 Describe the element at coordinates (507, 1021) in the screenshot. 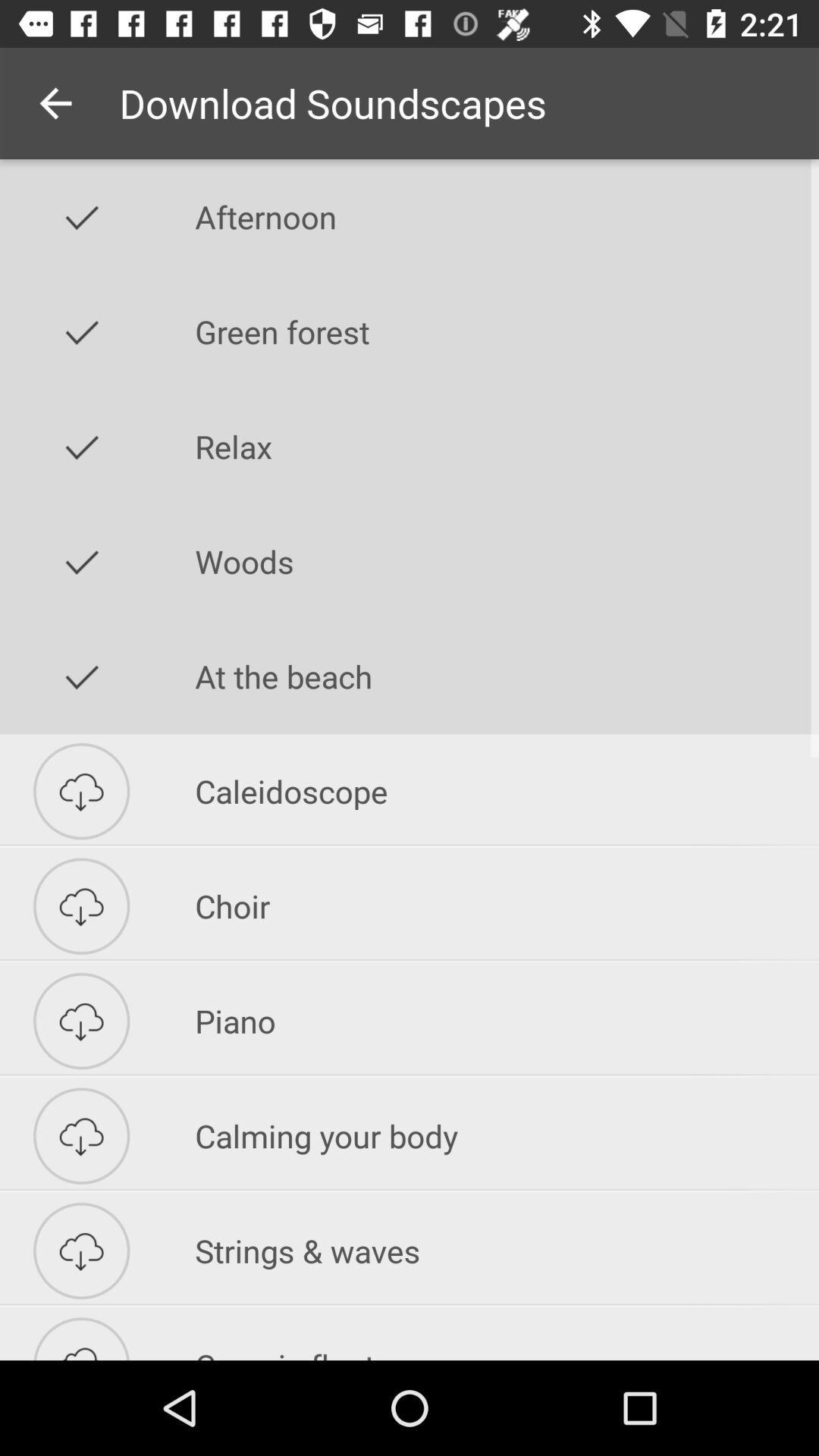

I see `icon above the calming your body icon` at that location.